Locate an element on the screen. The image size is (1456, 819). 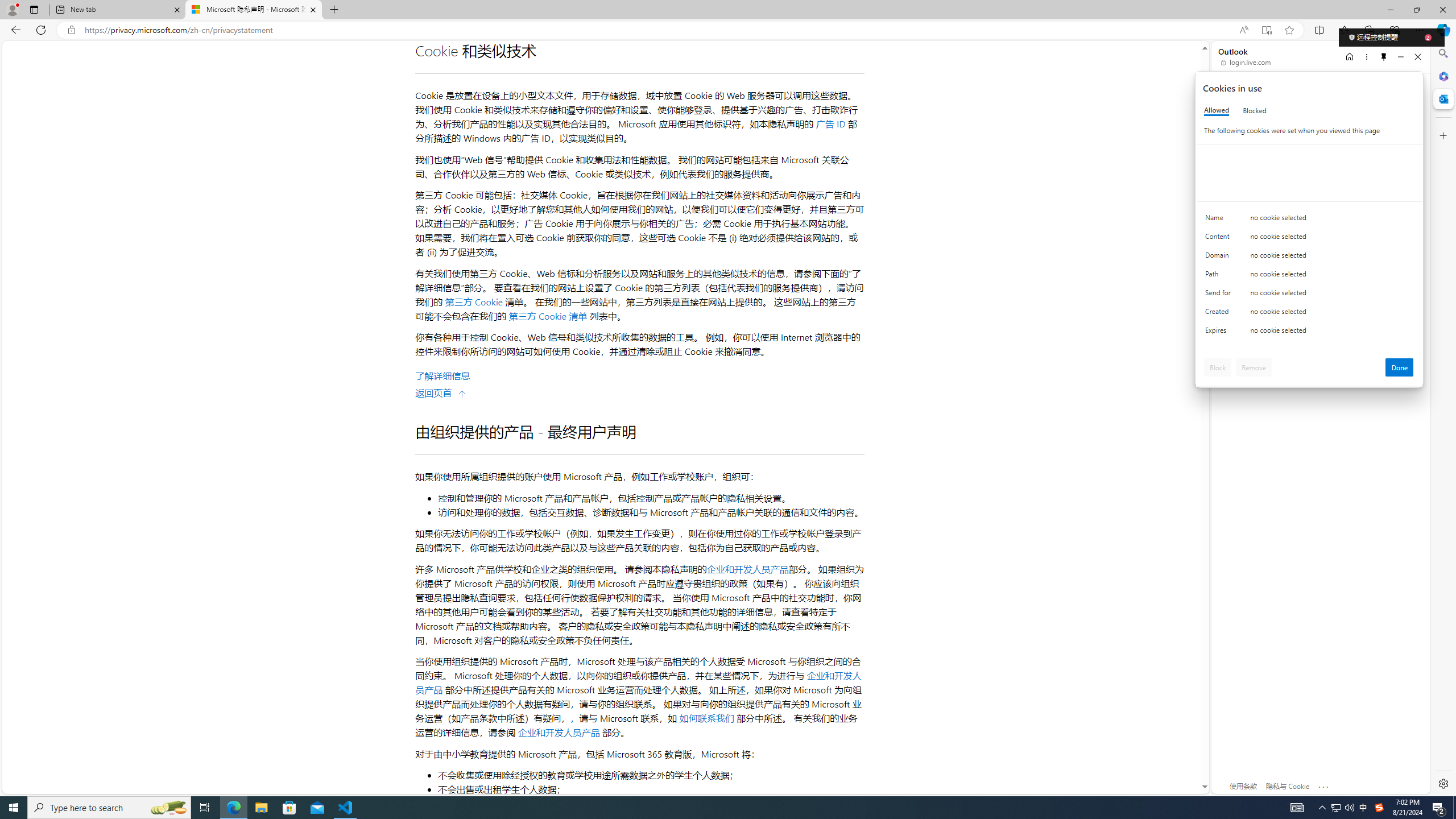
'Allowed' is located at coordinates (1215, 110).